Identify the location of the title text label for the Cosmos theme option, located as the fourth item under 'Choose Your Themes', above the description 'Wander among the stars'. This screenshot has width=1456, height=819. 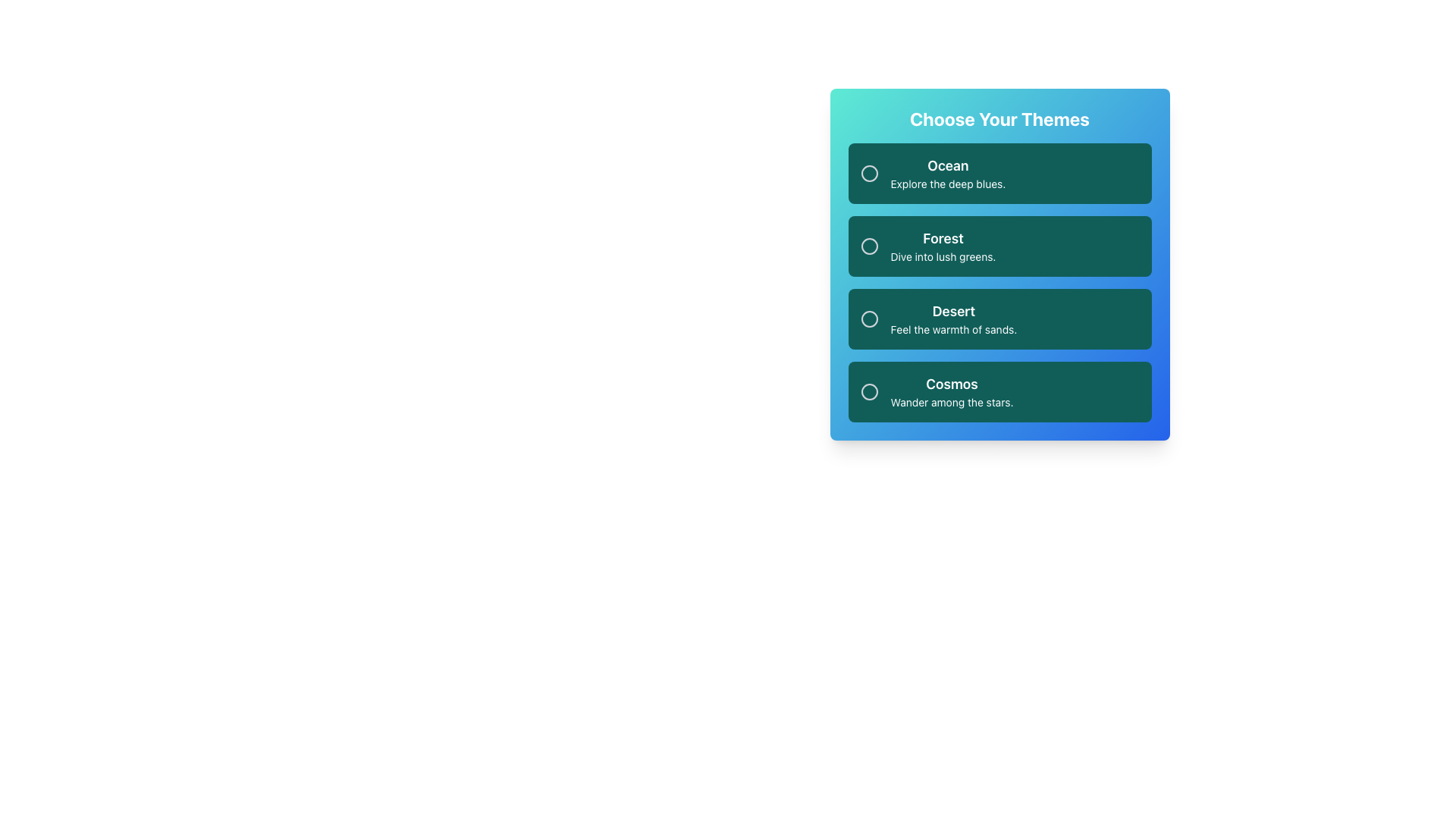
(951, 383).